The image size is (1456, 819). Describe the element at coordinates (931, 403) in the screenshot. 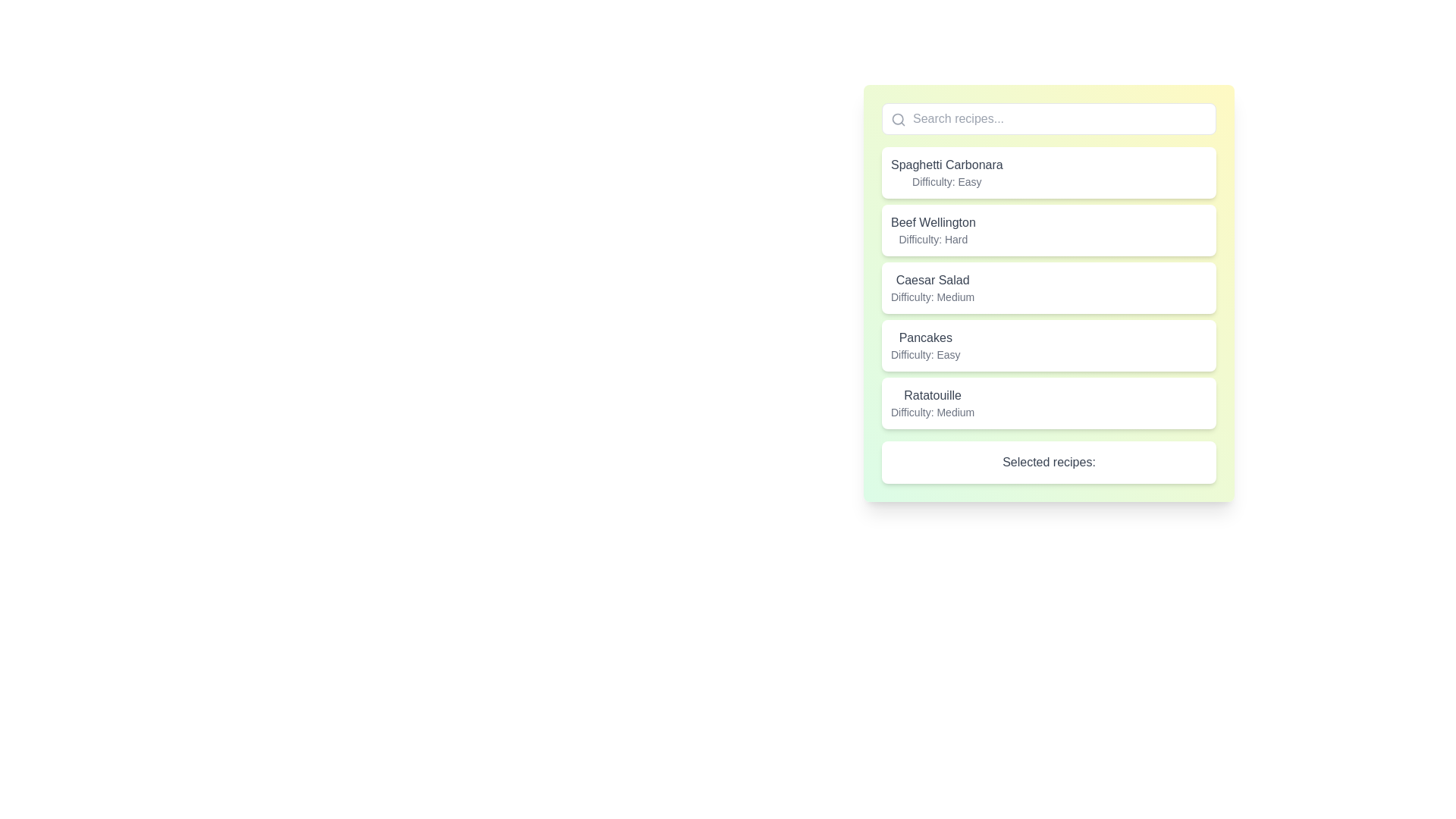

I see `the Text block displaying the recipe name 'Ratatouille' and its difficulty 'Medium' located` at that location.